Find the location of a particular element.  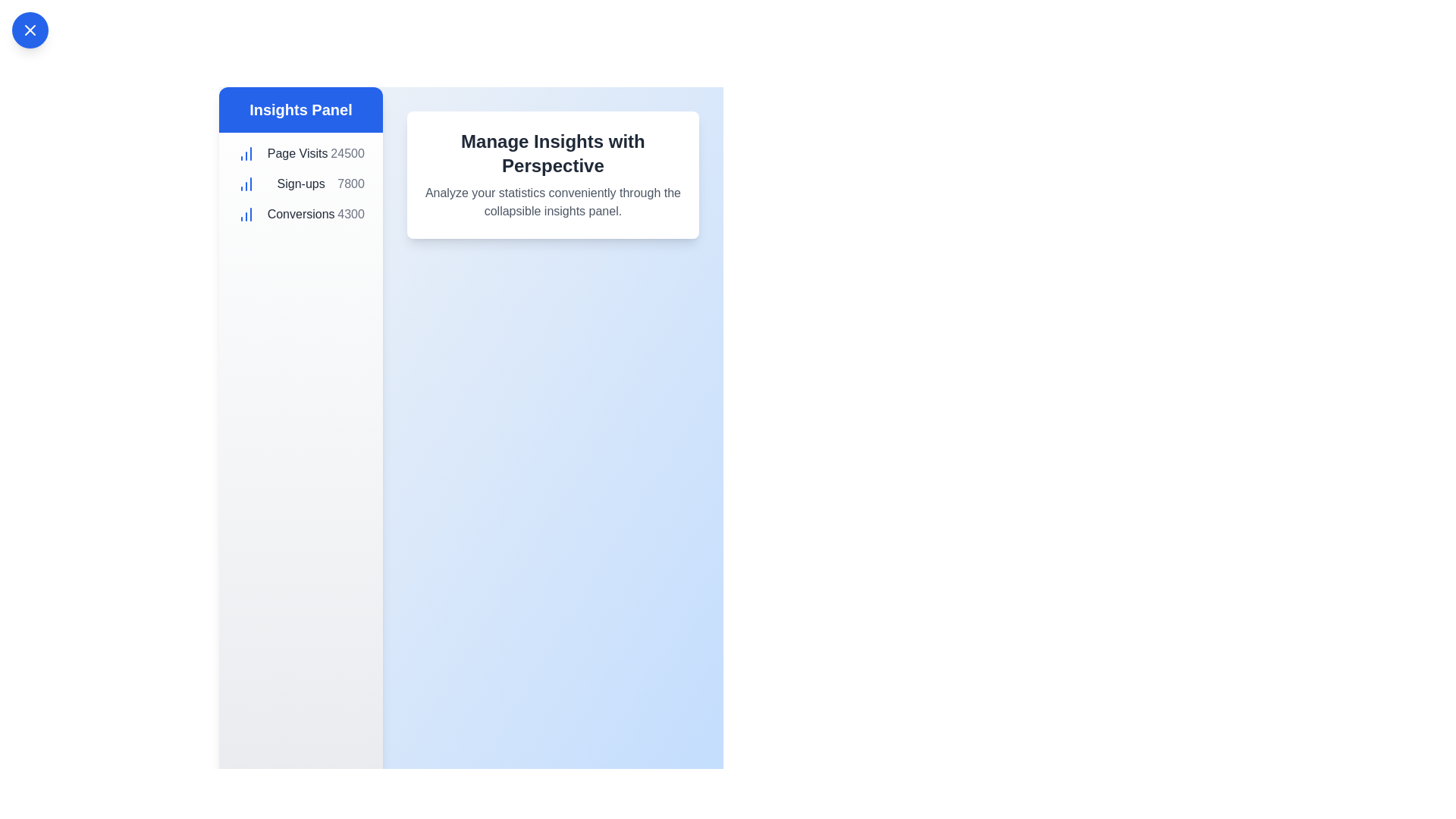

the main content area to explore additional information is located at coordinates (552, 174).